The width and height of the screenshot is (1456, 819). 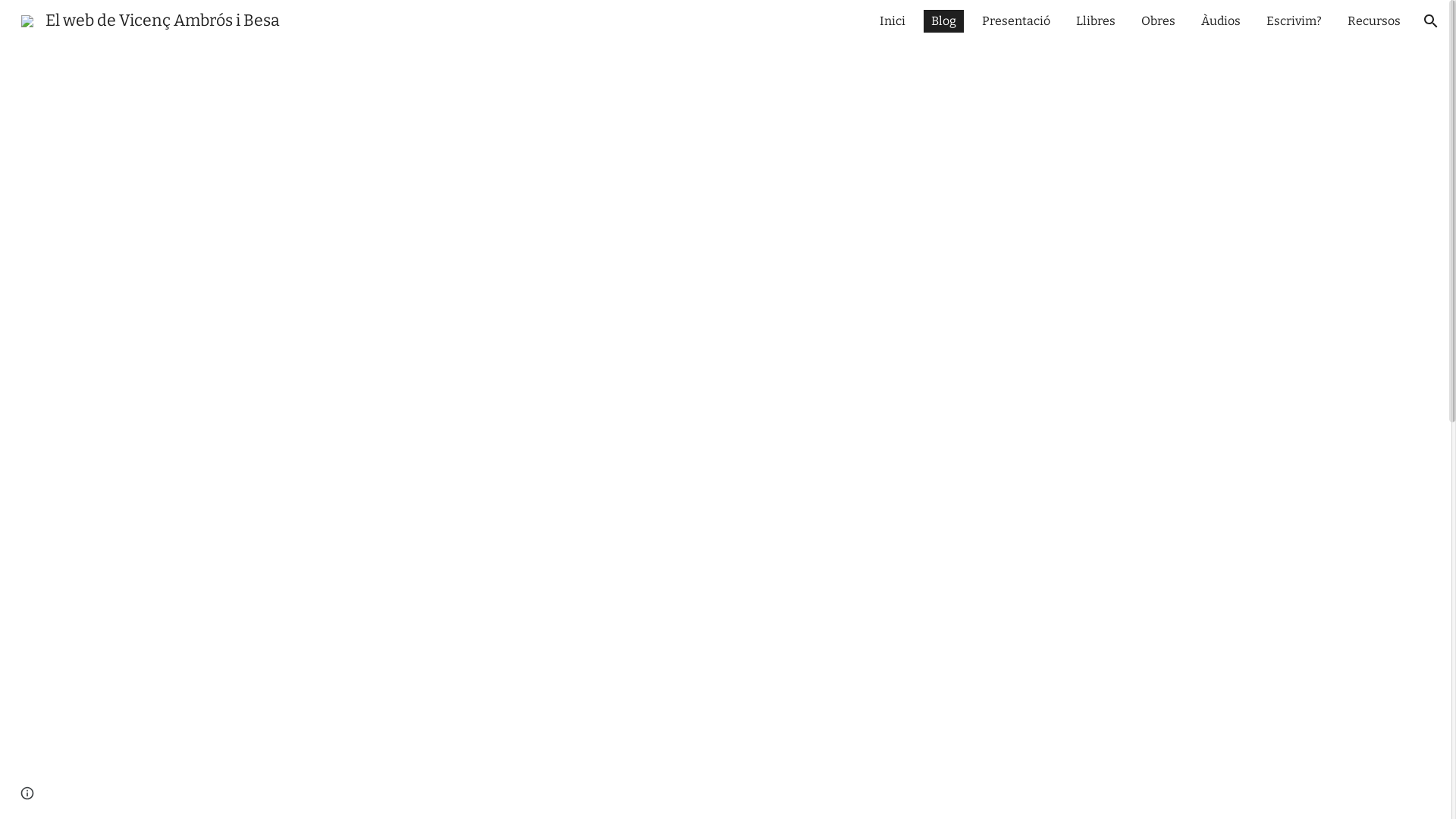 What do you see at coordinates (1339, 20) in the screenshot?
I see `'Recursos'` at bounding box center [1339, 20].